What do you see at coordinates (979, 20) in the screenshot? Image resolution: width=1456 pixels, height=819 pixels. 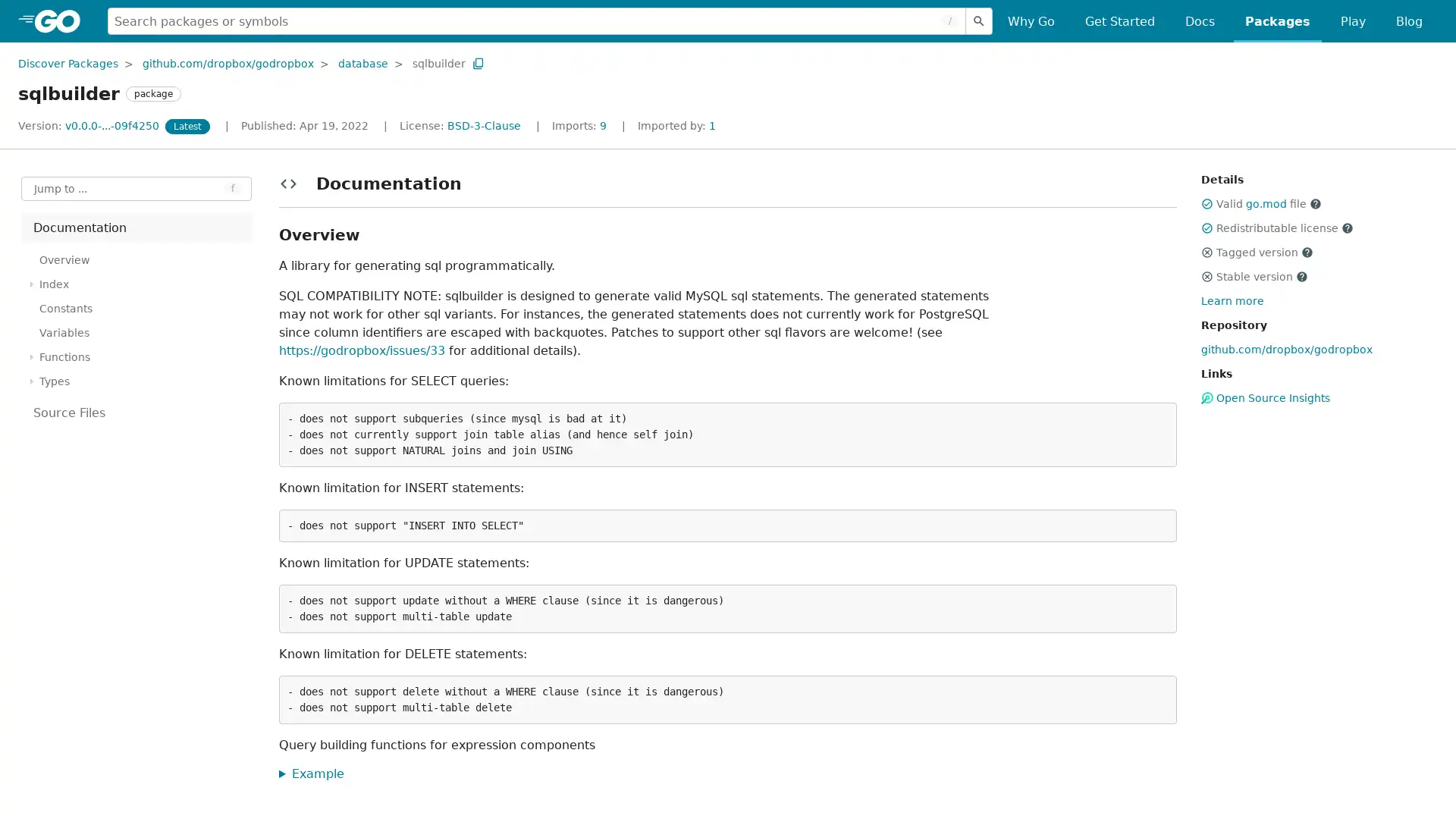 I see `Submit search` at bounding box center [979, 20].